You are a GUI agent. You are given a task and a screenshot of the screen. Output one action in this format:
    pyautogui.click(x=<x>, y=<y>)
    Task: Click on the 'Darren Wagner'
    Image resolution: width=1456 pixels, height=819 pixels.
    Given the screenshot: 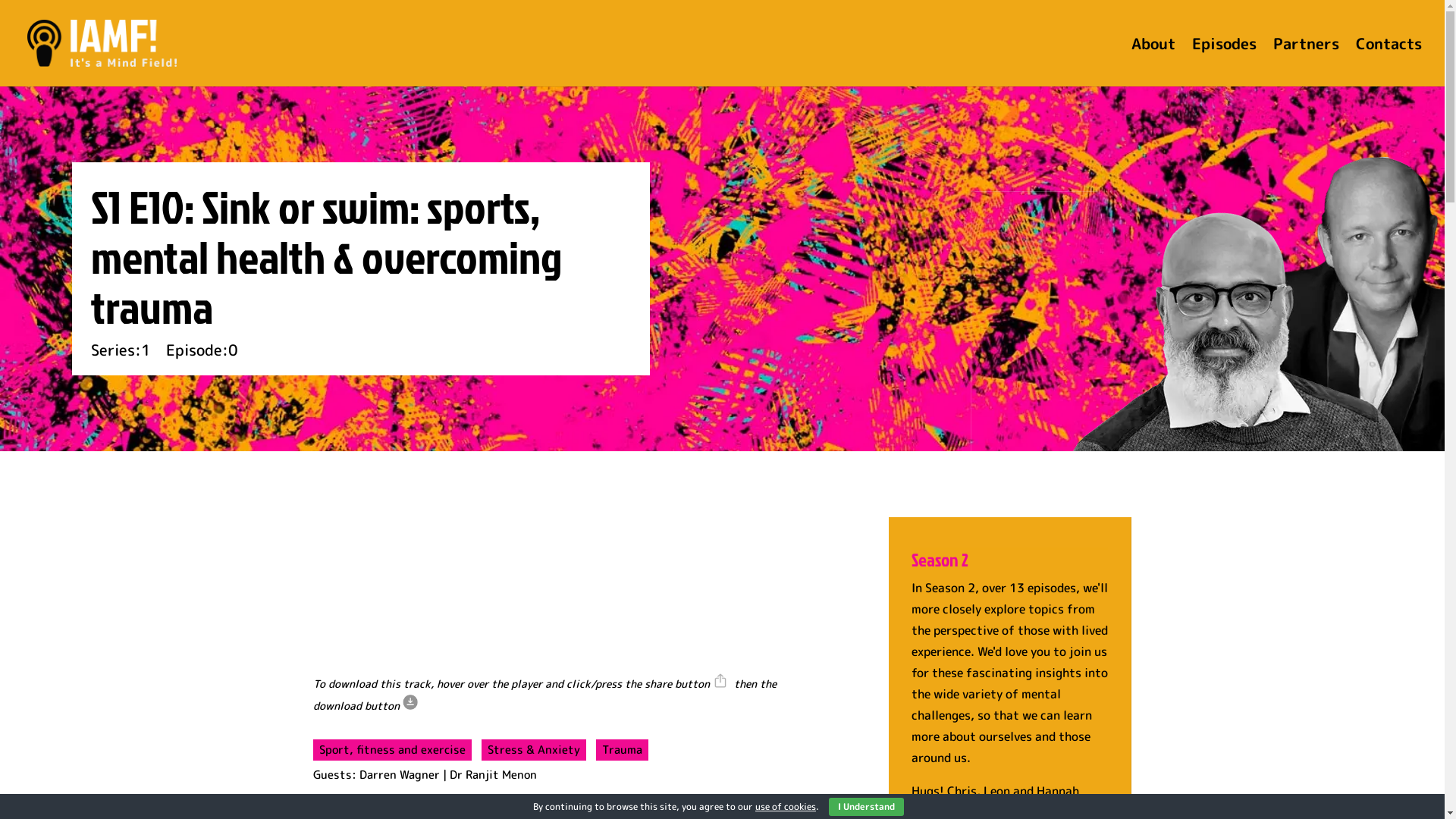 What is the action you would take?
    pyautogui.click(x=359, y=774)
    